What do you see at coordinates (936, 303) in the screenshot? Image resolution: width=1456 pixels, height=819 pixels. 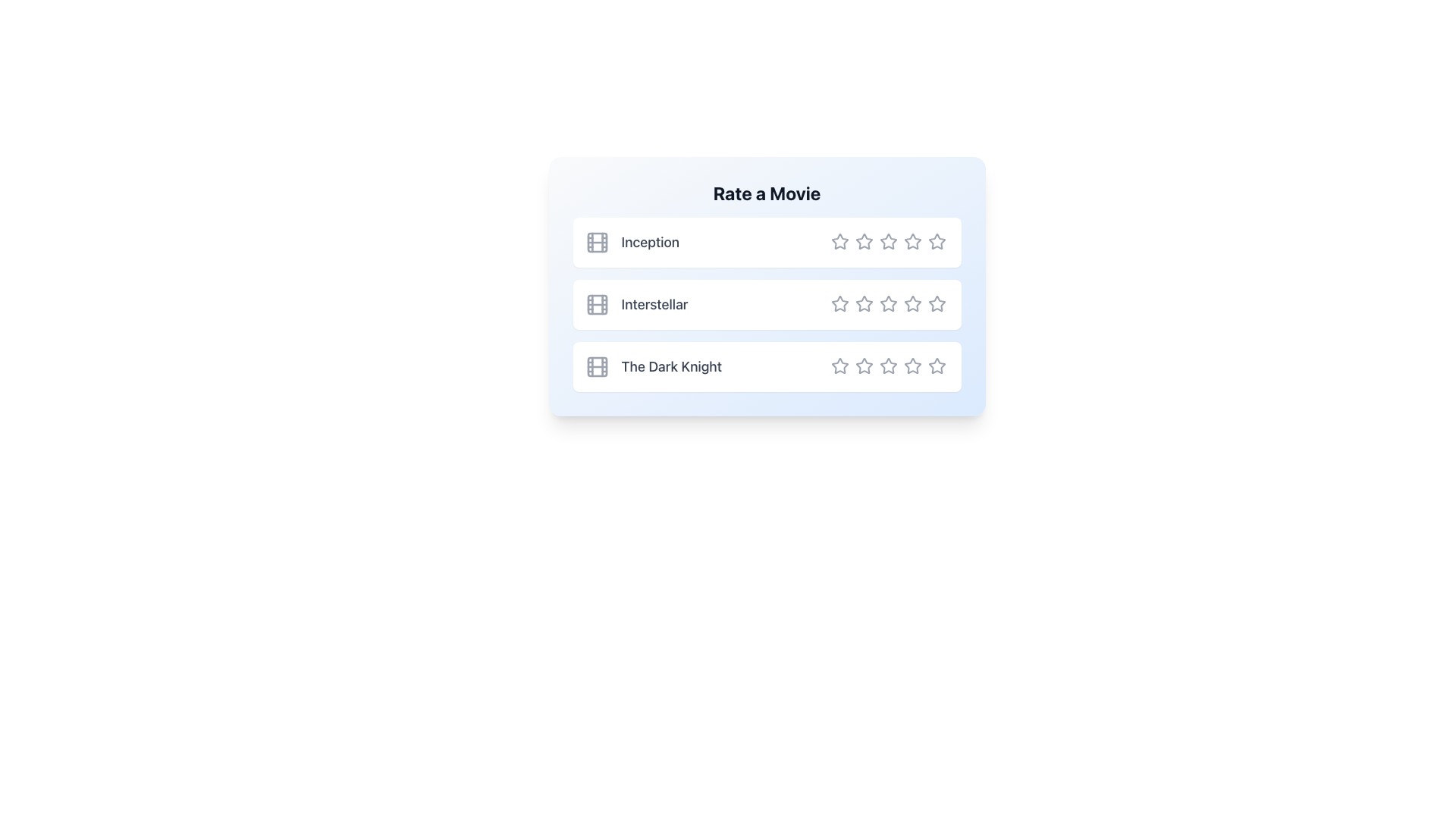 I see `the fourth star icon in the rating row for the movie 'Interstellar'` at bounding box center [936, 303].